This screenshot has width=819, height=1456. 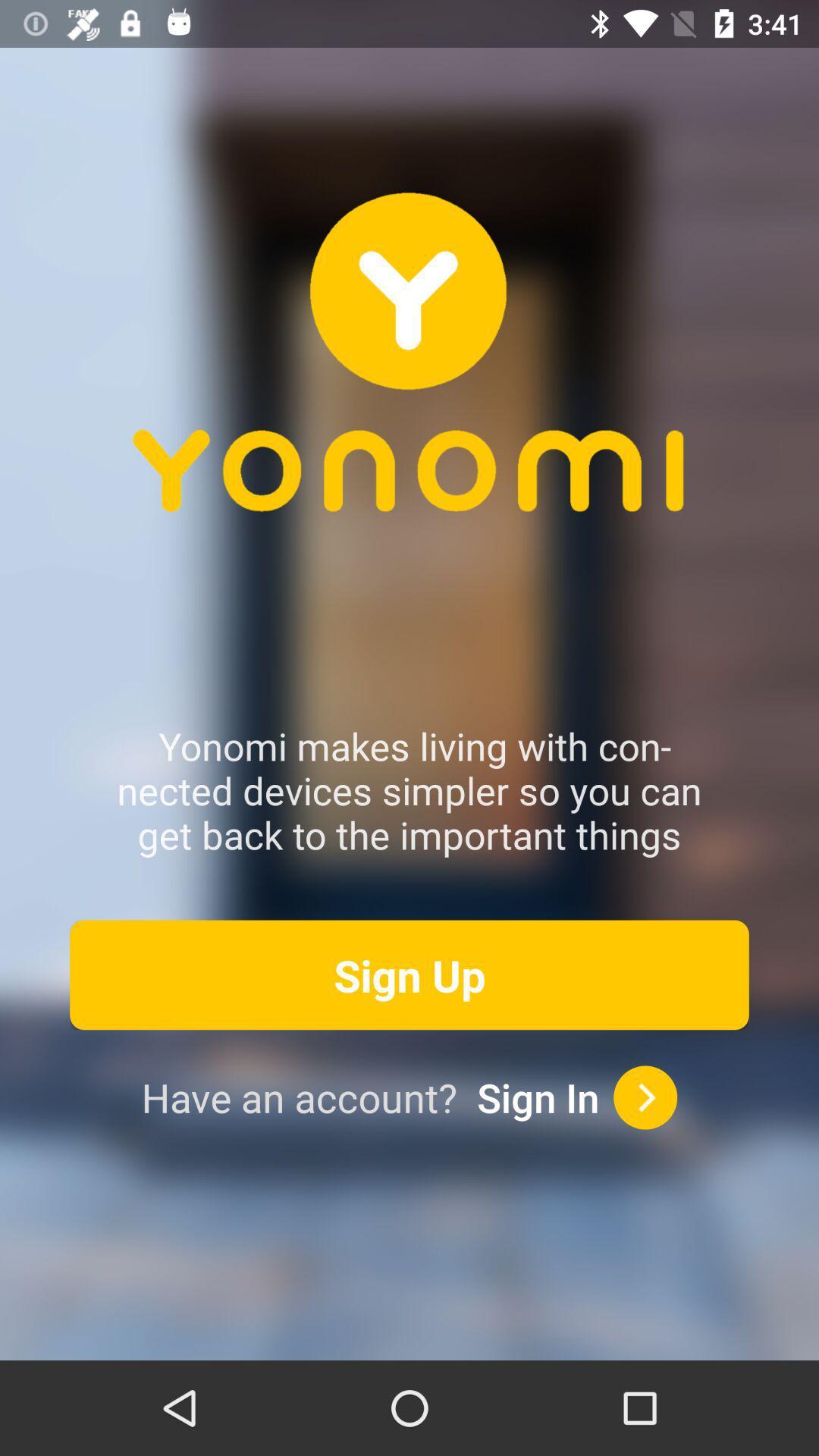 What do you see at coordinates (645, 1097) in the screenshot?
I see `sign in` at bounding box center [645, 1097].